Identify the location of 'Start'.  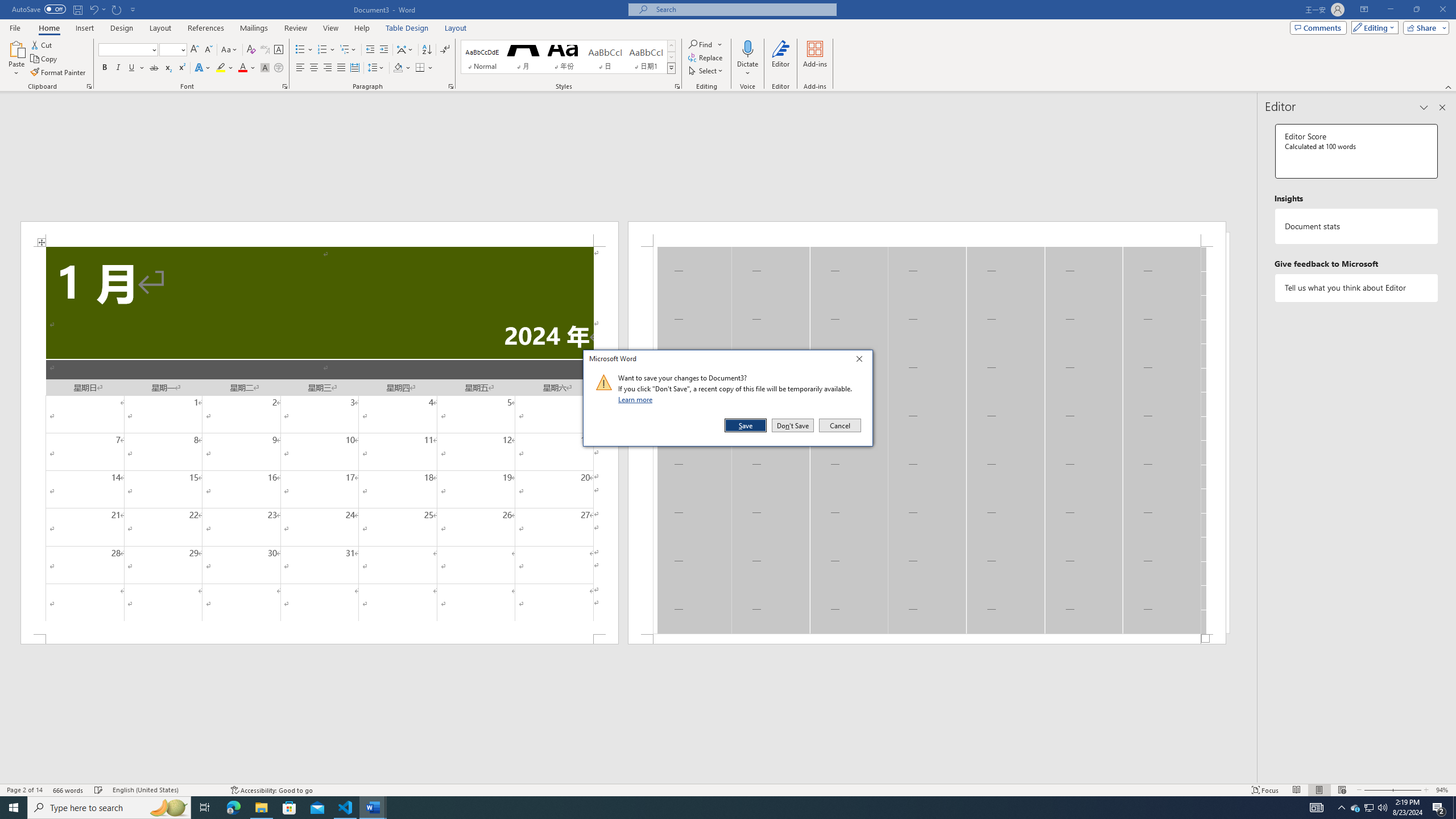
(14, 806).